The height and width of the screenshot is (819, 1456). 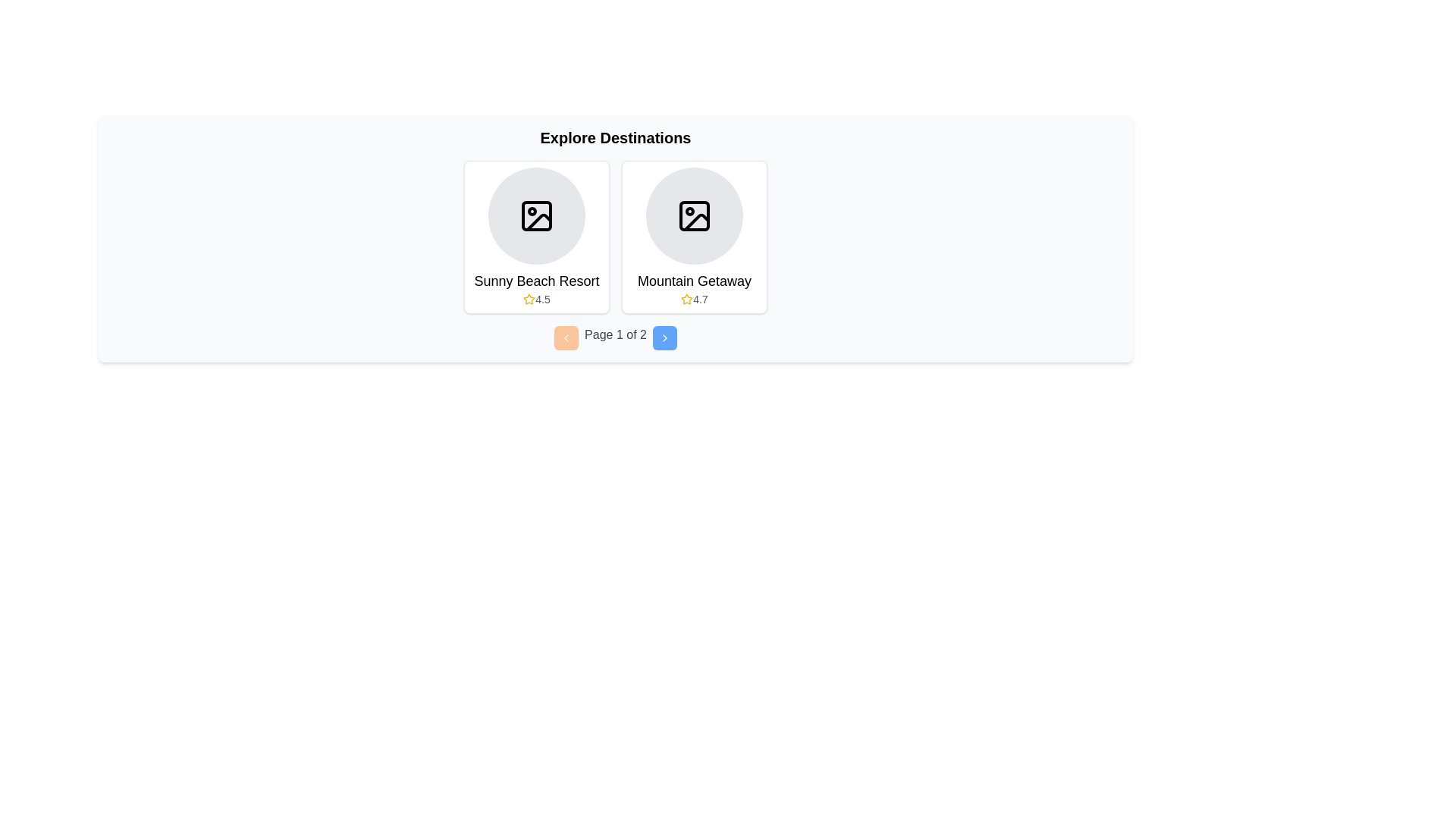 I want to click on the star icon indicating a high rating for 'Sunny Beach Resort' as part of the rating display, so click(x=529, y=299).